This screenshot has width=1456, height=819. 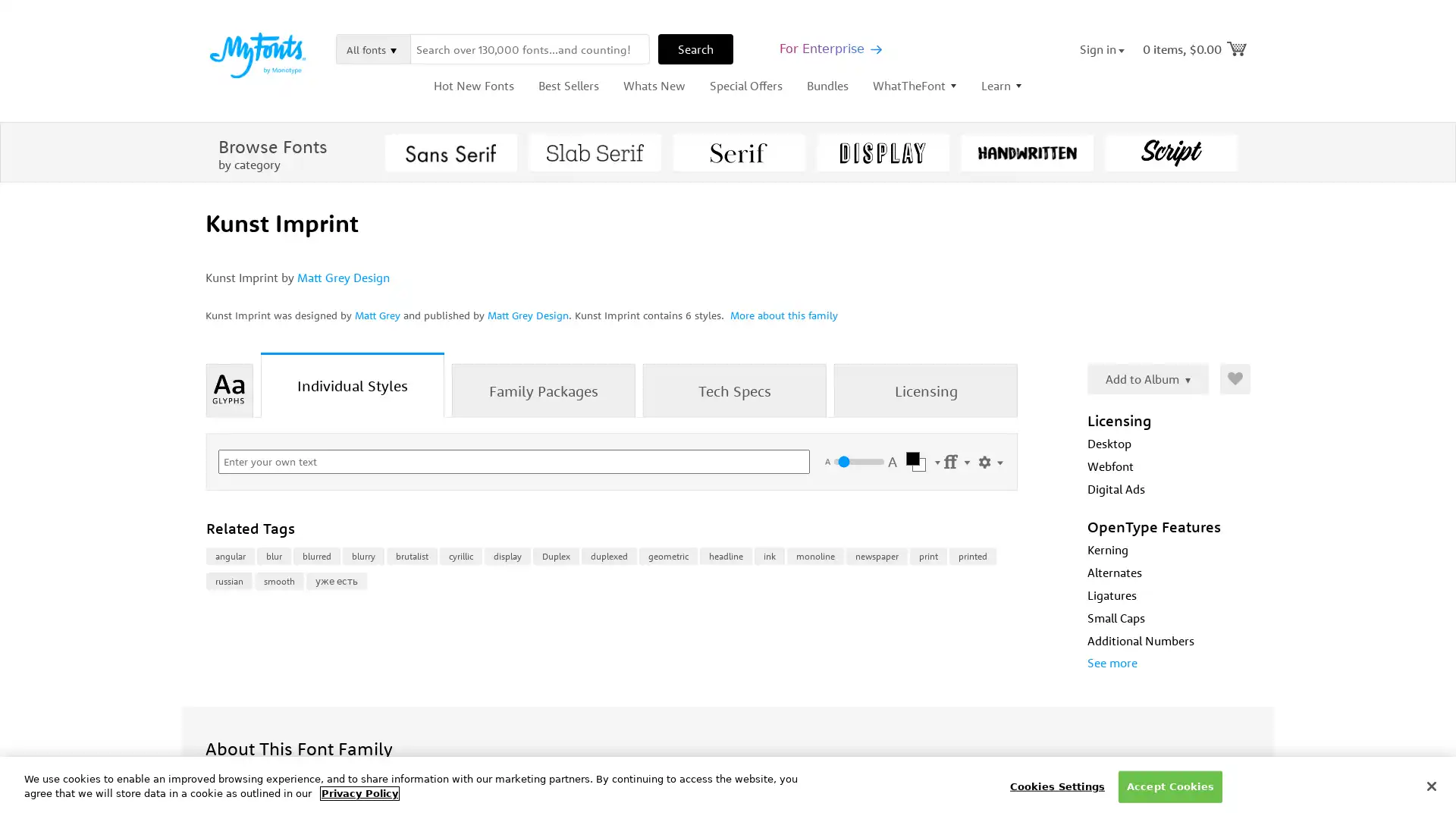 I want to click on Buying Choices, so click(x=958, y=534).